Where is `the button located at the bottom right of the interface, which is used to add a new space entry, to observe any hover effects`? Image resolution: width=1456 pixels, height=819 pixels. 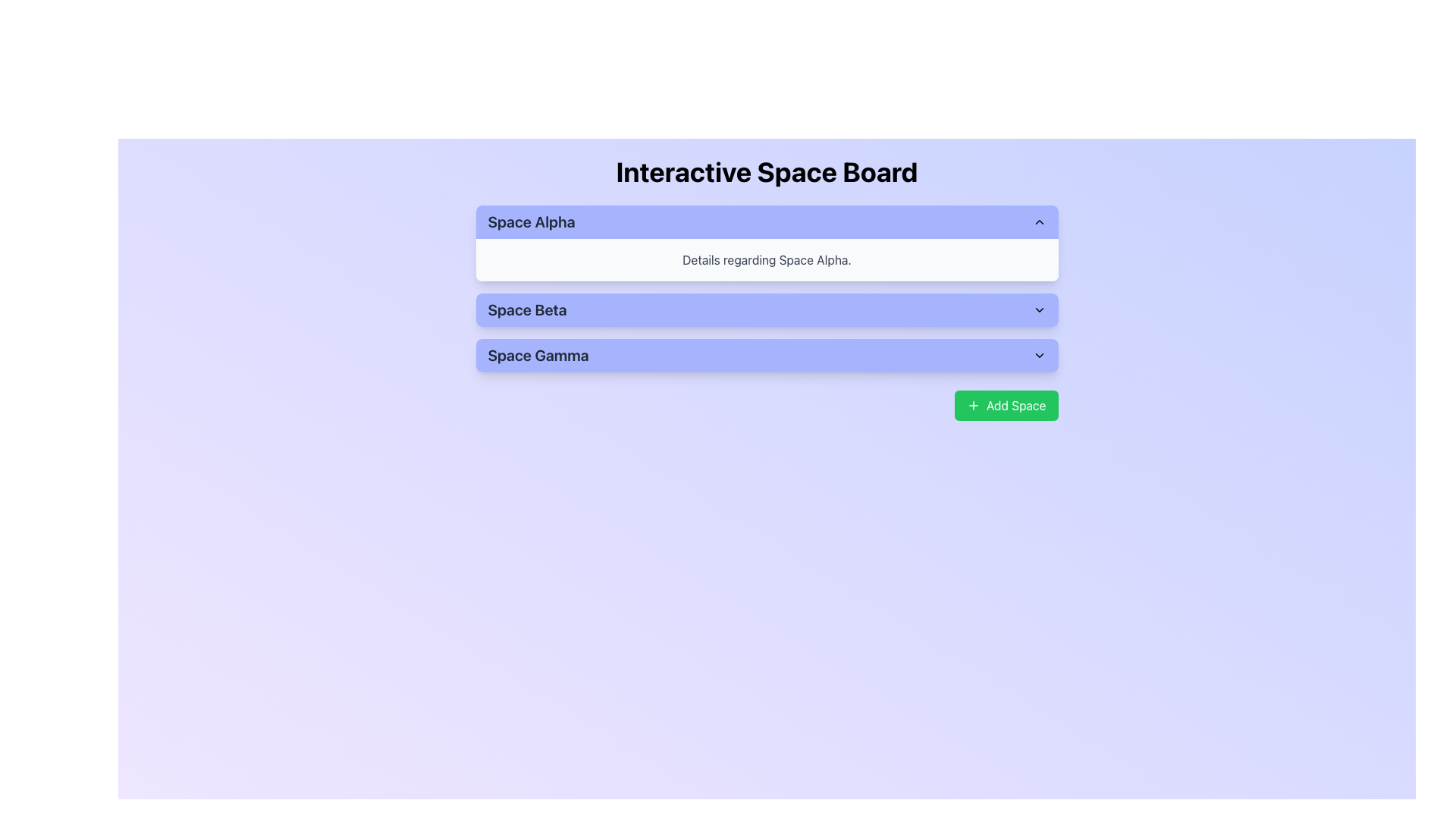 the button located at the bottom right of the interface, which is used to add a new space entry, to observe any hover effects is located at coordinates (767, 405).